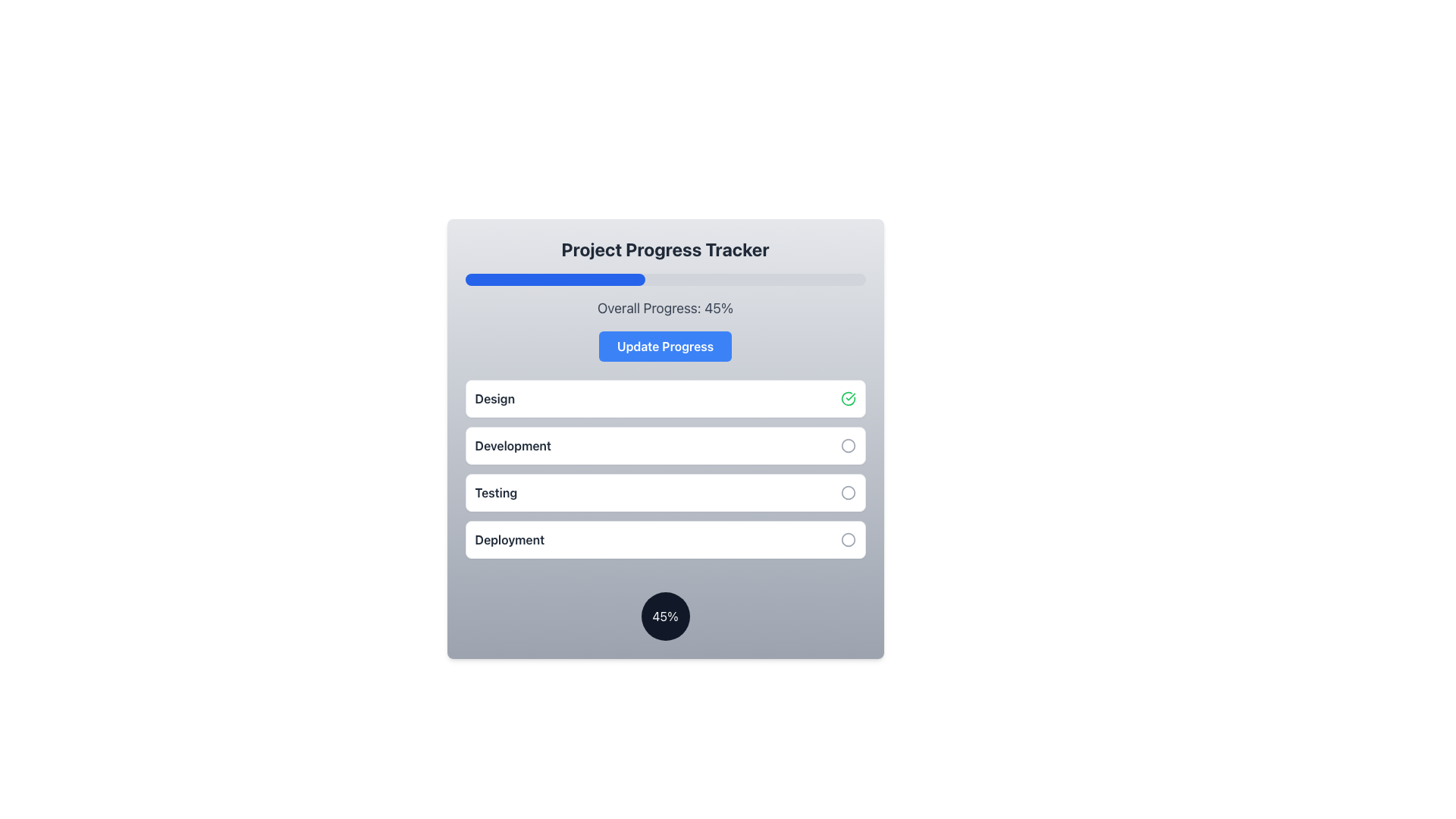  I want to click on the header titled 'Project Progress Tracker', which is a bold, larger font text element styled in dark gray, positioned at the top of the panel, so click(665, 248).